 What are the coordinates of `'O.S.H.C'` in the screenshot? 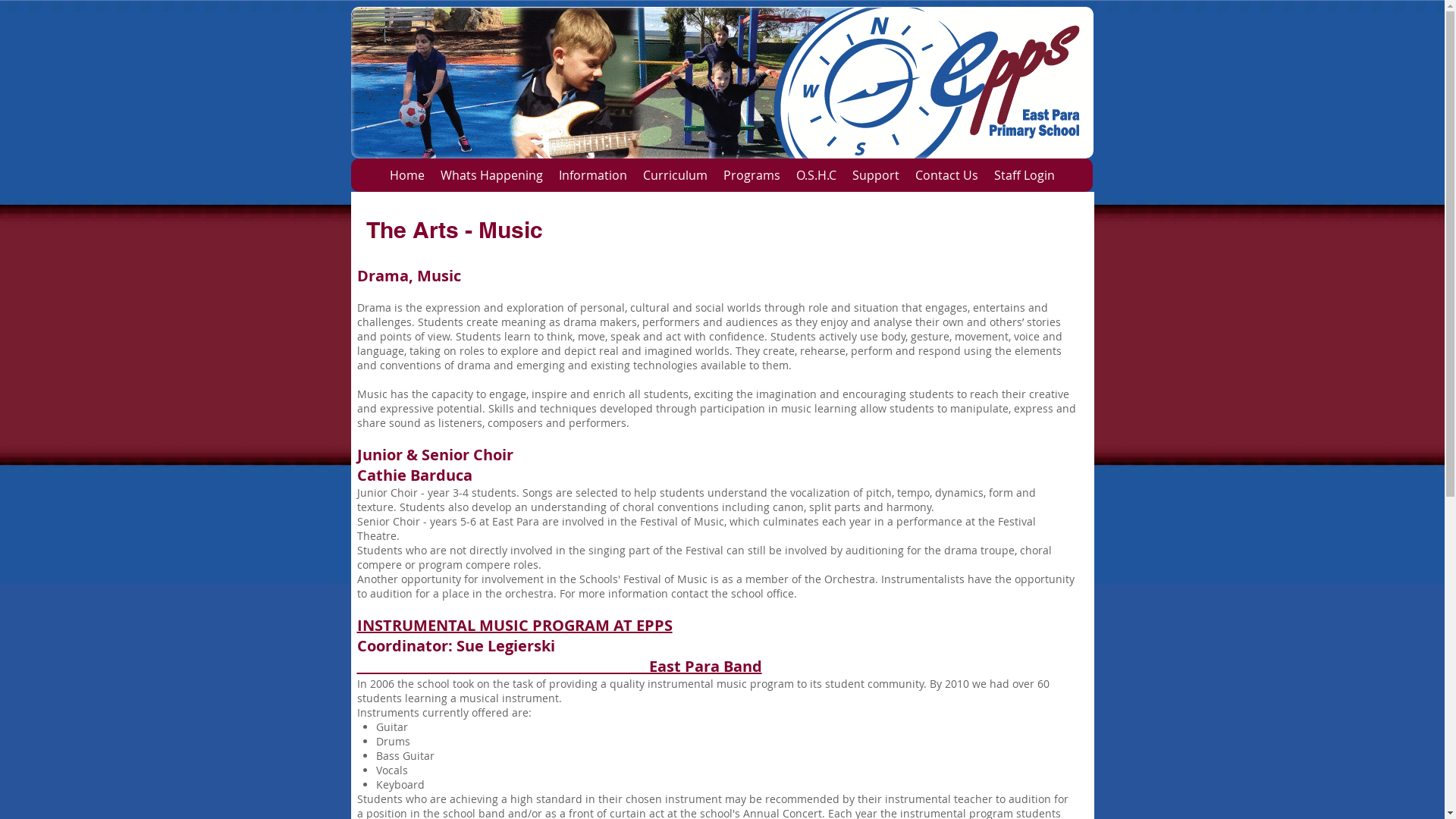 It's located at (814, 174).